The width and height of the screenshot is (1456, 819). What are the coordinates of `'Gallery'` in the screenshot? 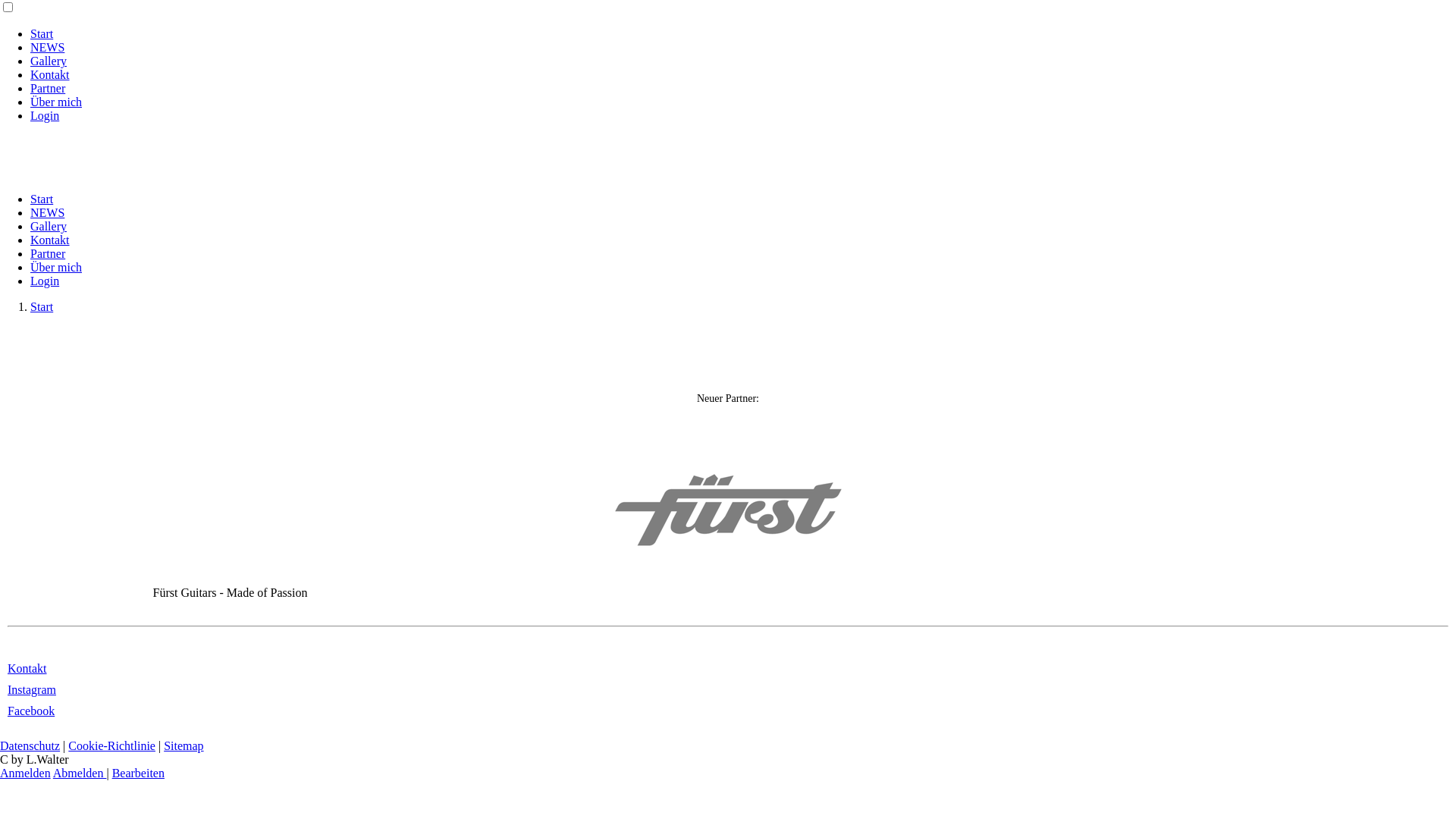 It's located at (30, 60).